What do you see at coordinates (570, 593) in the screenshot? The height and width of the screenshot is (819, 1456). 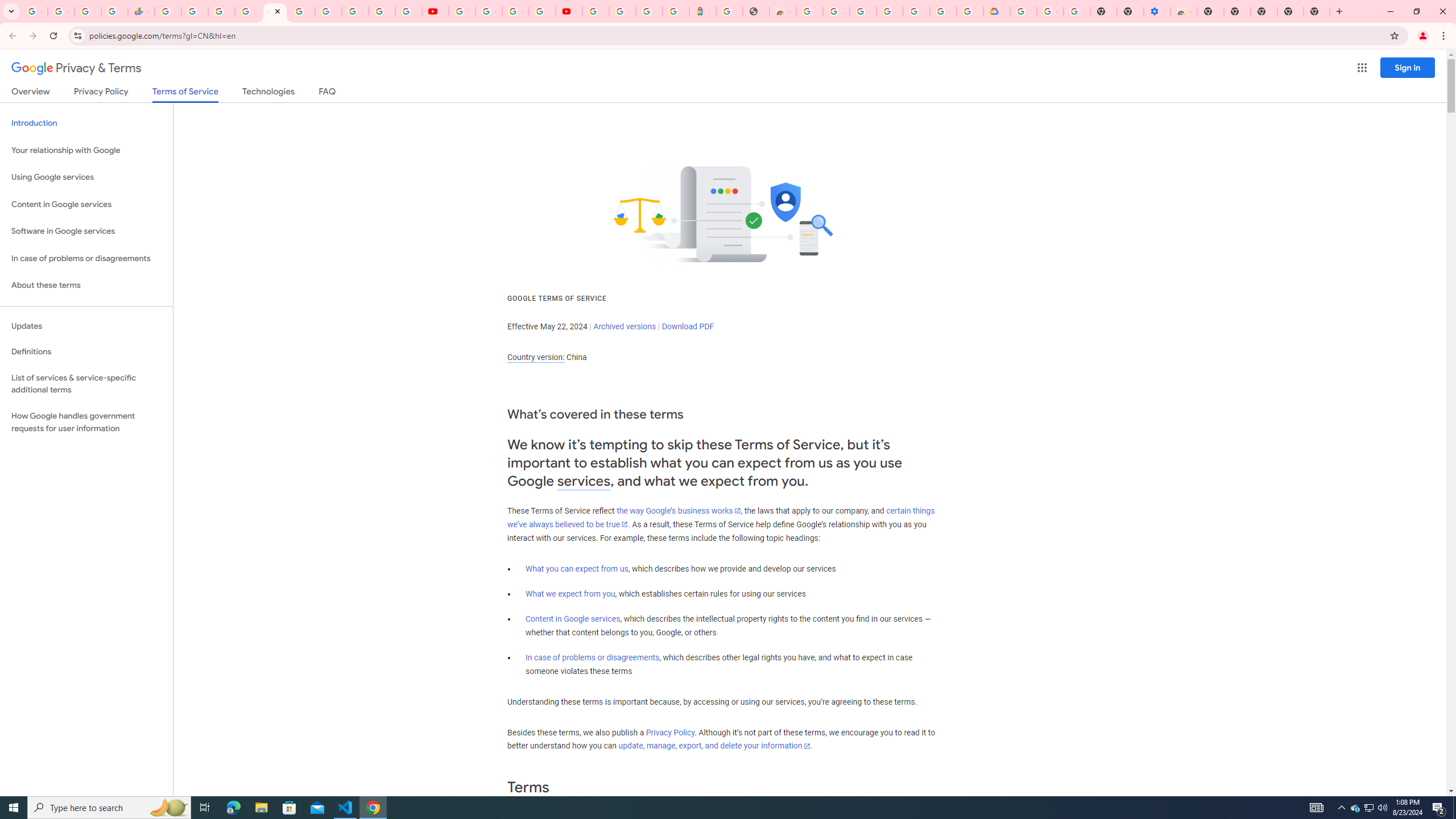 I see `'What we expect from you'` at bounding box center [570, 593].